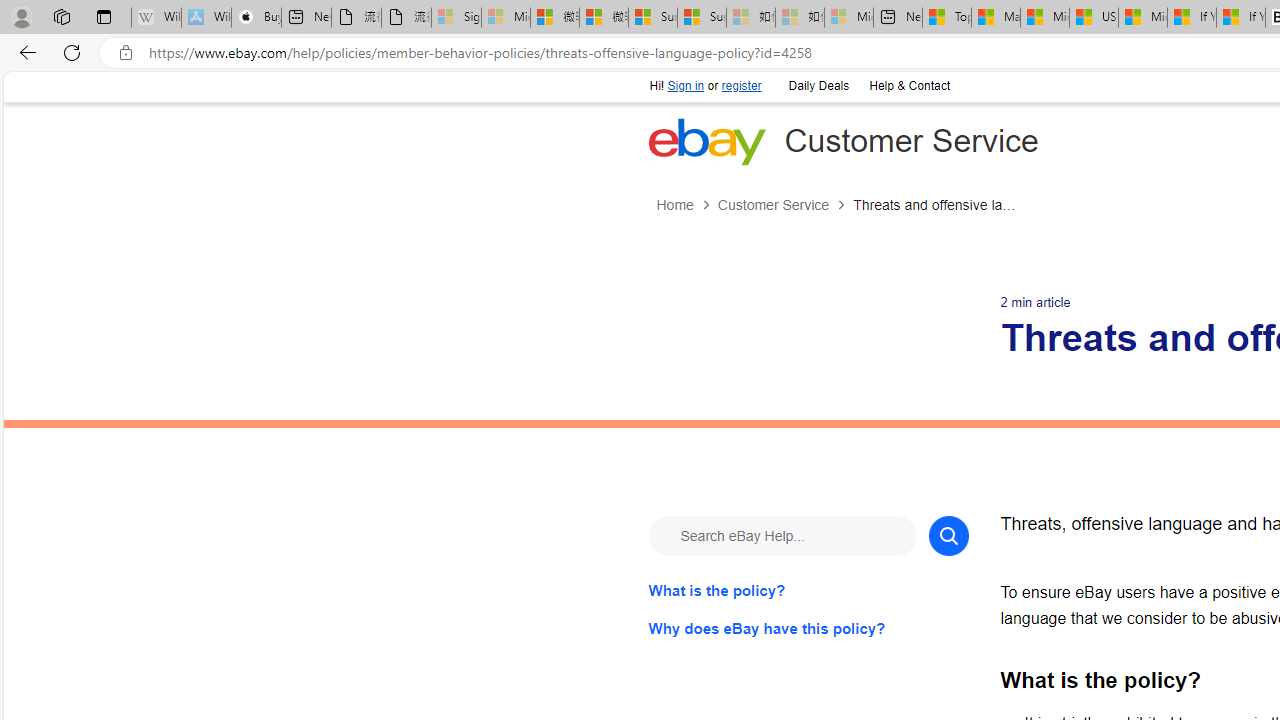 This screenshot has height=720, width=1280. I want to click on 'Customer Service', so click(784, 205).